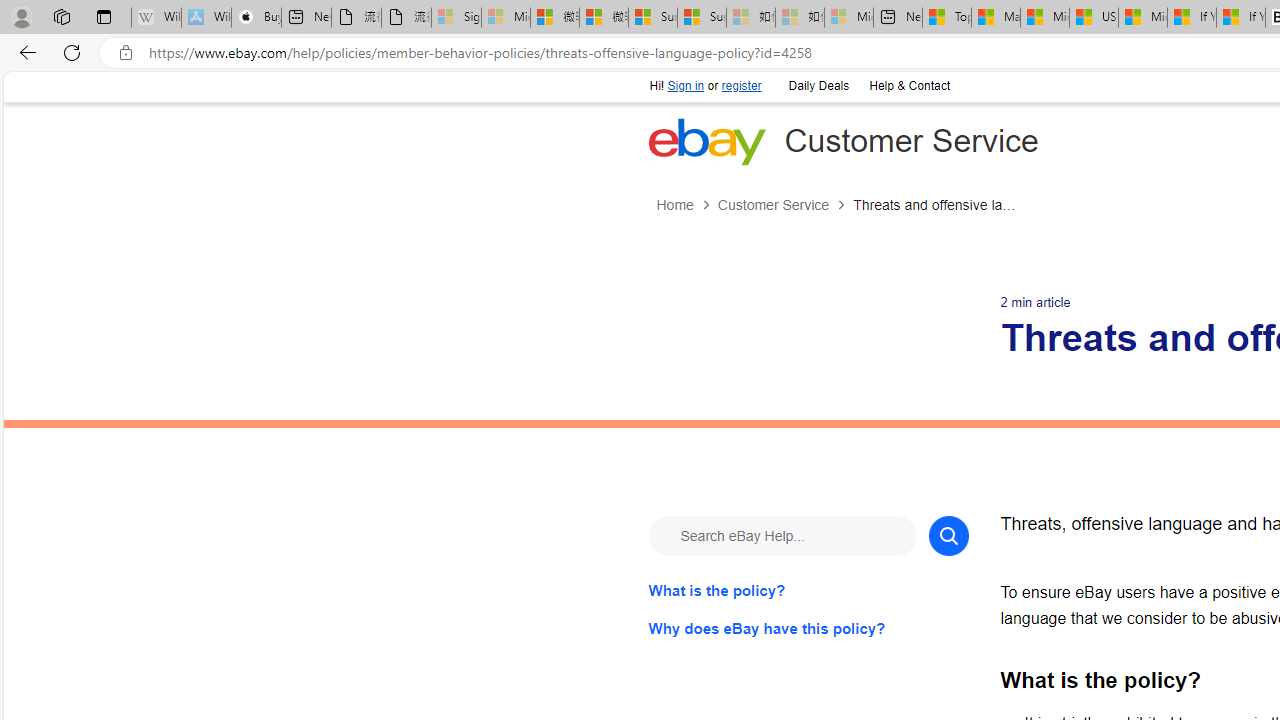 This screenshot has height=720, width=1280. I want to click on 'Customer Service', so click(784, 205).